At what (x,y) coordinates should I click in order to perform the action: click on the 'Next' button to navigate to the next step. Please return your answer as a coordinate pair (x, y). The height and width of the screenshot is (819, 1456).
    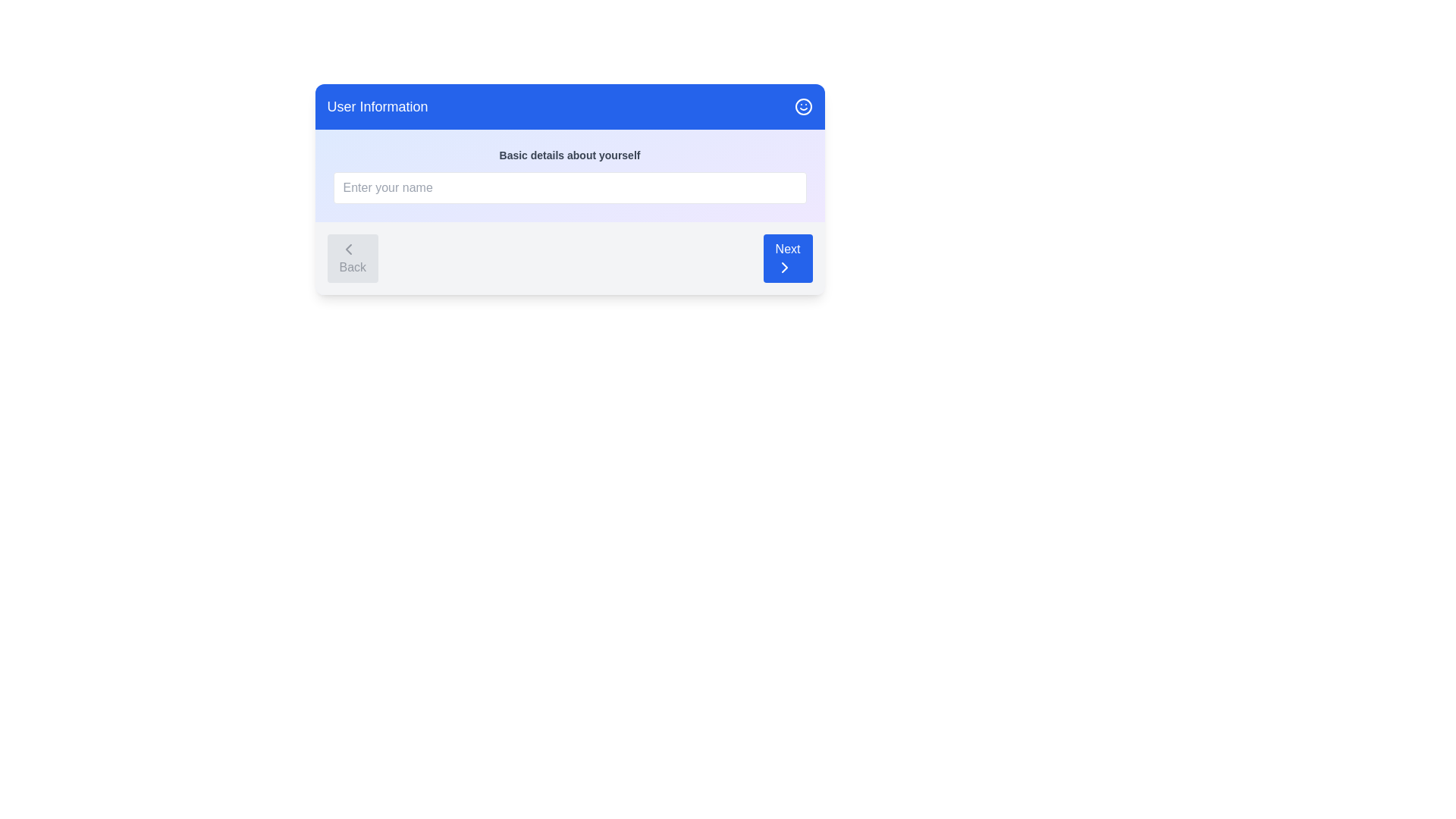
    Looking at the image, I should click on (787, 257).